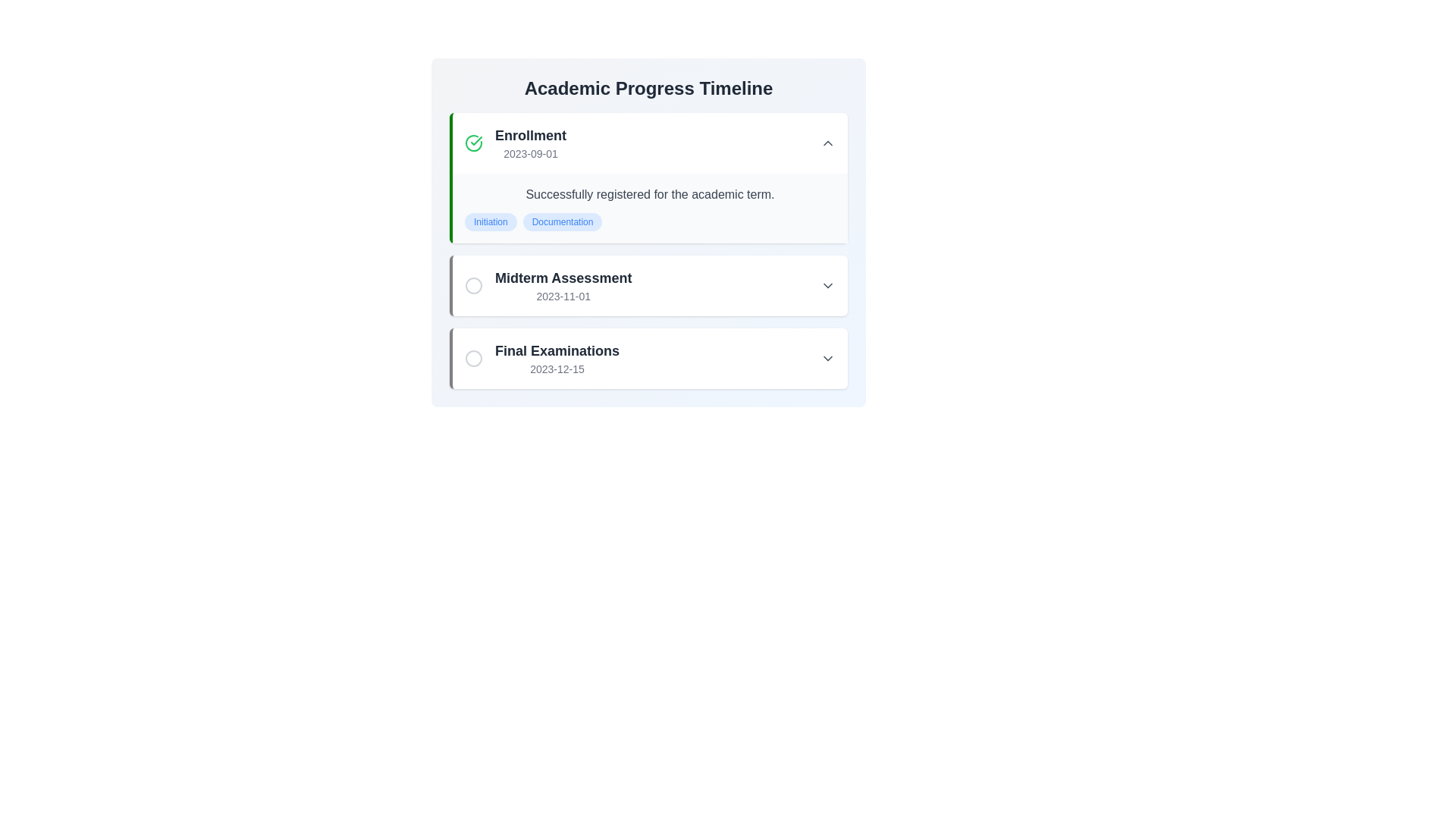 The image size is (1456, 819). I want to click on the status indicator icon that visually represents the successful completion of the 'Enrollment' step, located to the left of the 'Enrollment' text, so click(472, 143).